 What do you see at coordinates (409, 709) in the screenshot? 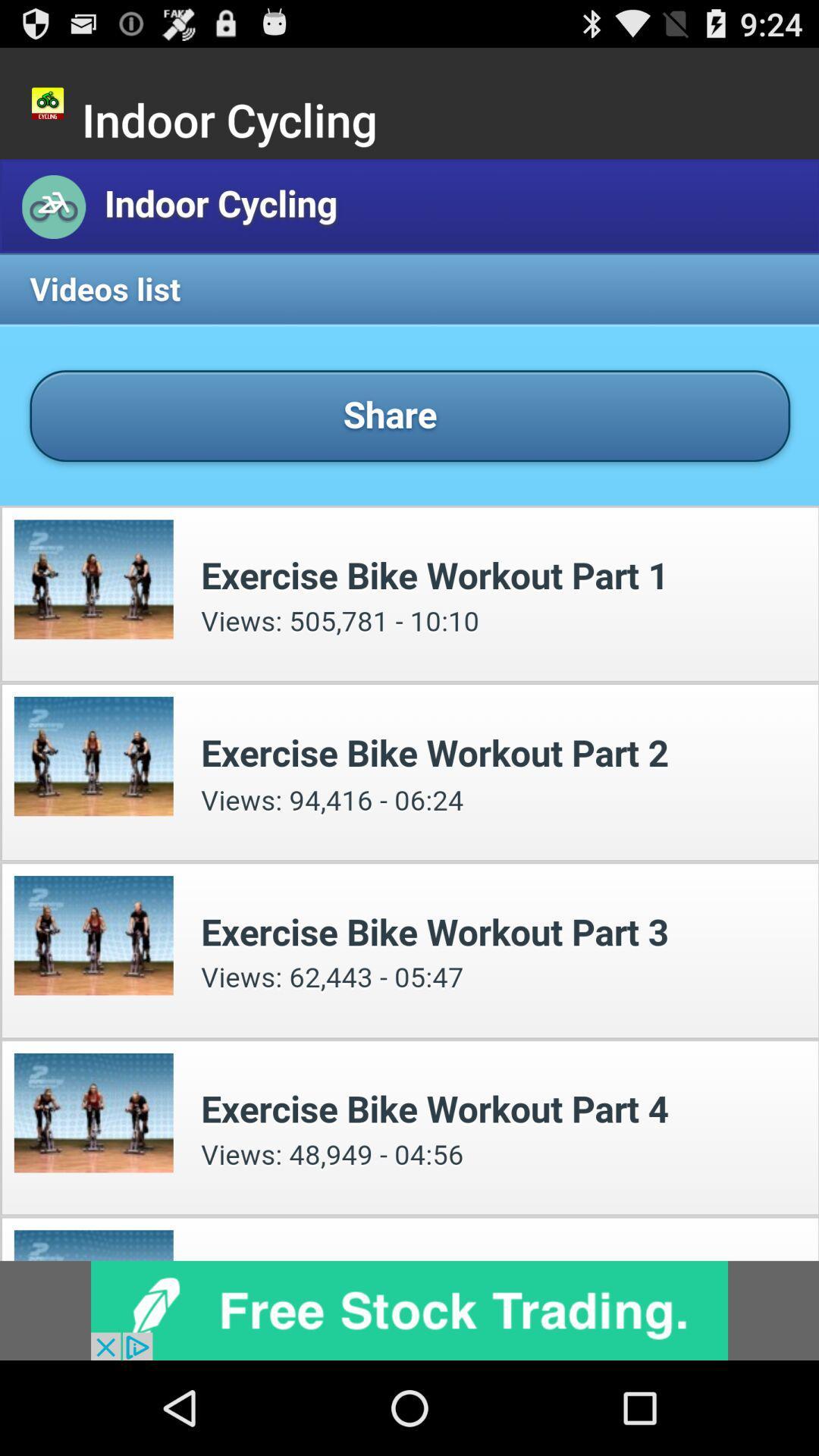
I see `explore indoor cycling details` at bounding box center [409, 709].